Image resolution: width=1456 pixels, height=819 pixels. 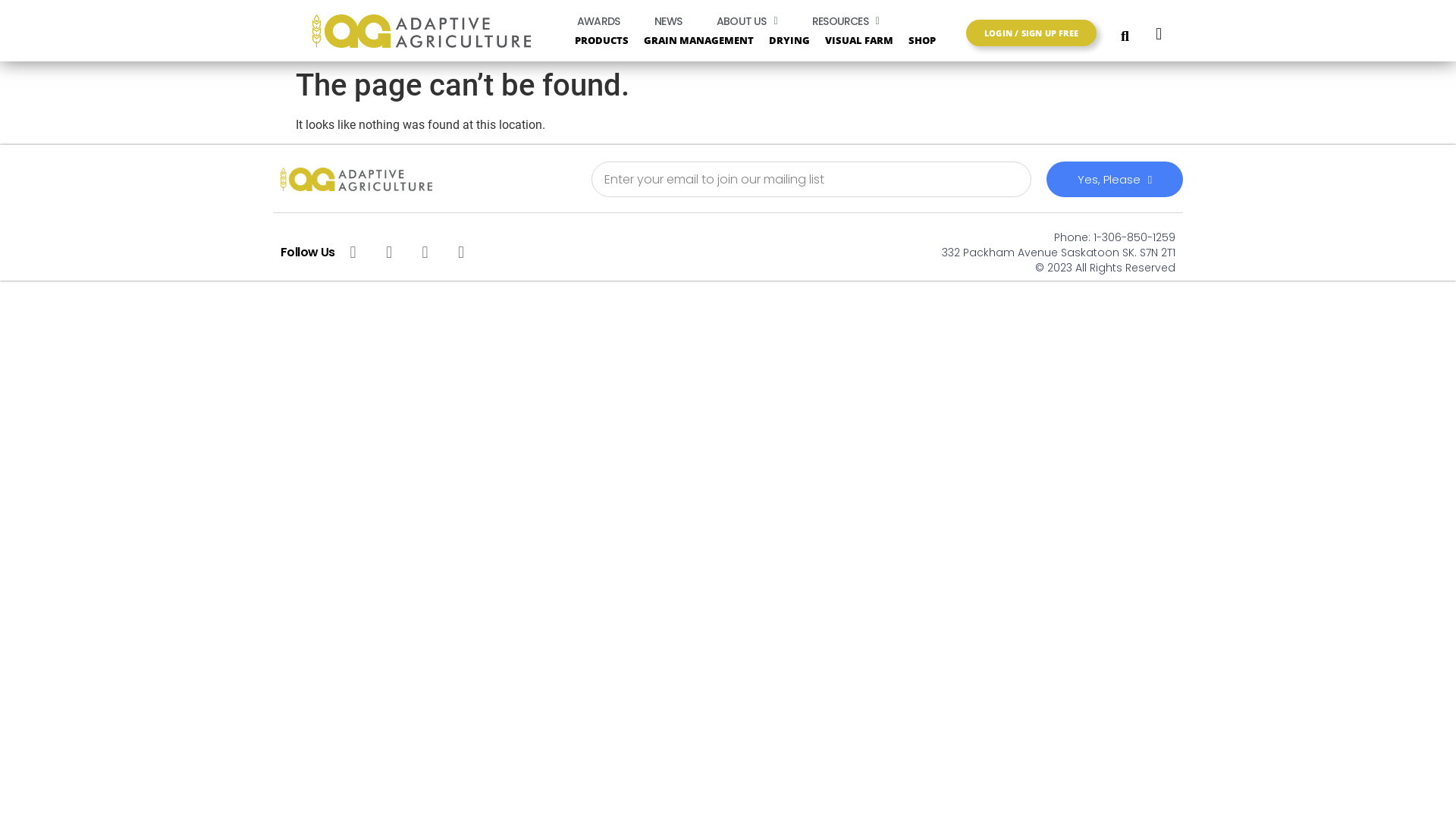 I want to click on 'VISUAL FARM', so click(x=858, y=39).